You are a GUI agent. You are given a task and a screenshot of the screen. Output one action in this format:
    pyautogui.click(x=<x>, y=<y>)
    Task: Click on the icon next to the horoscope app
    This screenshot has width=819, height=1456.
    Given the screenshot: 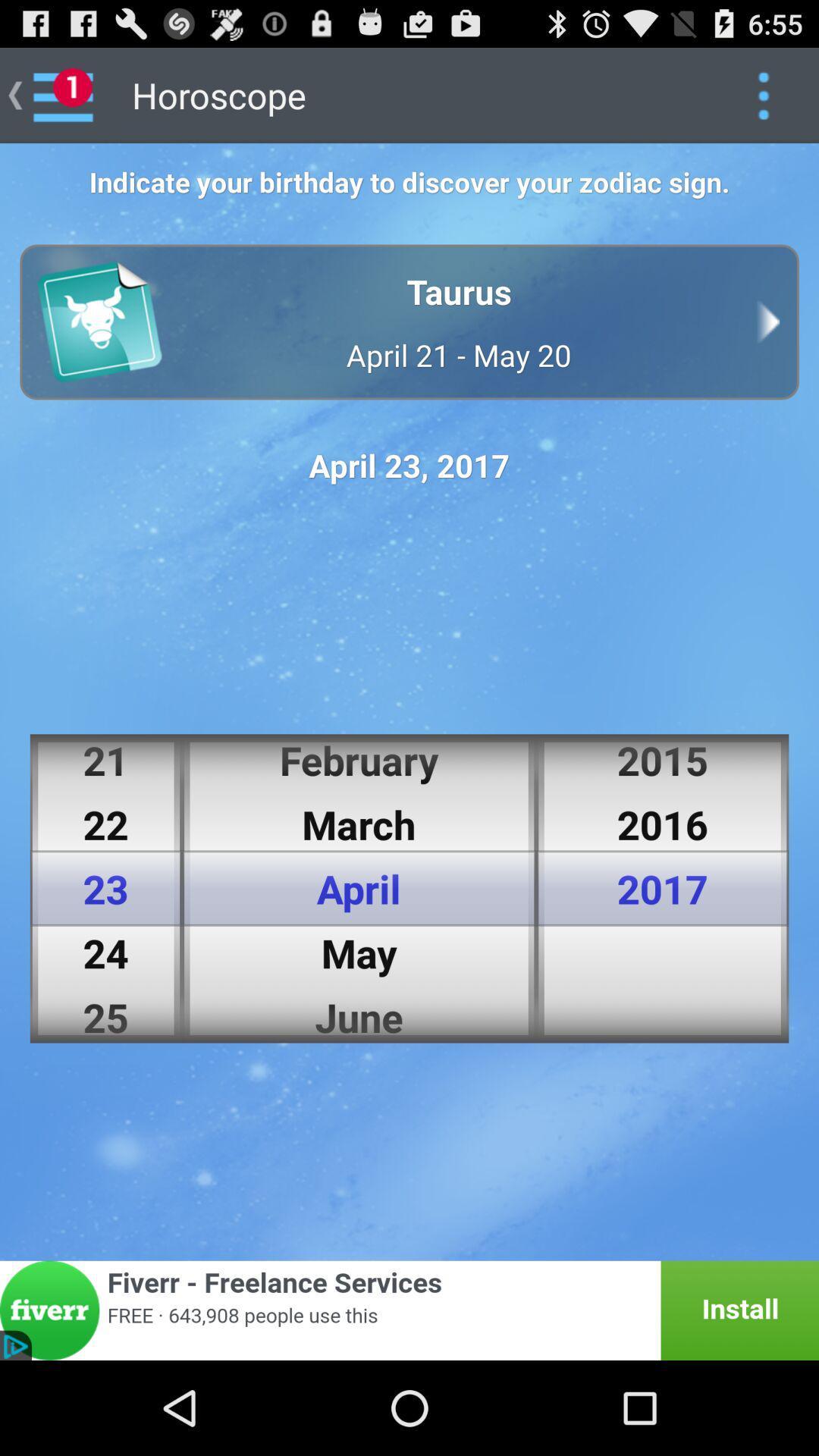 What is the action you would take?
    pyautogui.click(x=763, y=94)
    